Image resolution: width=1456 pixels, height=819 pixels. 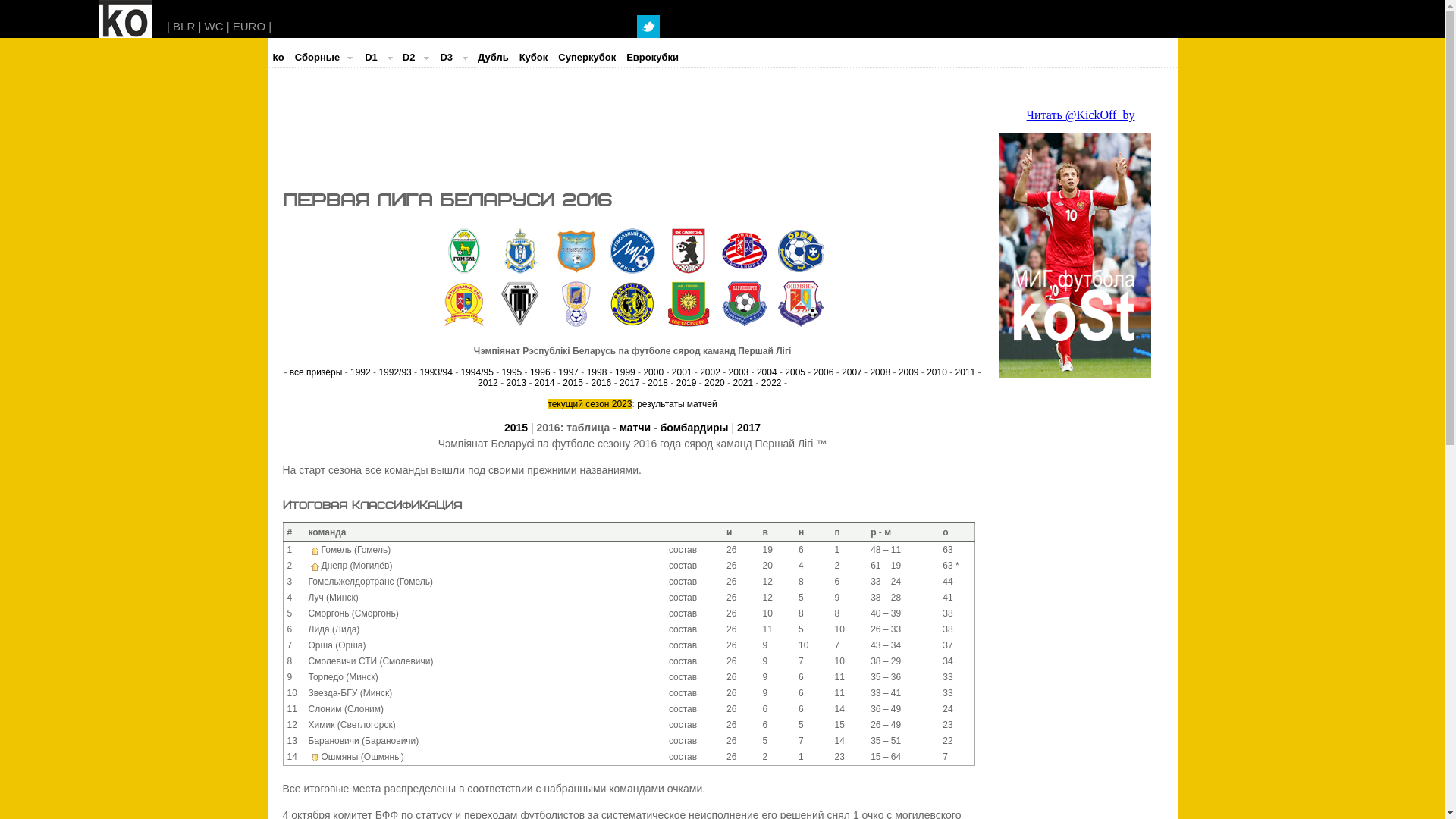 I want to click on '1992/93', so click(x=394, y=372).